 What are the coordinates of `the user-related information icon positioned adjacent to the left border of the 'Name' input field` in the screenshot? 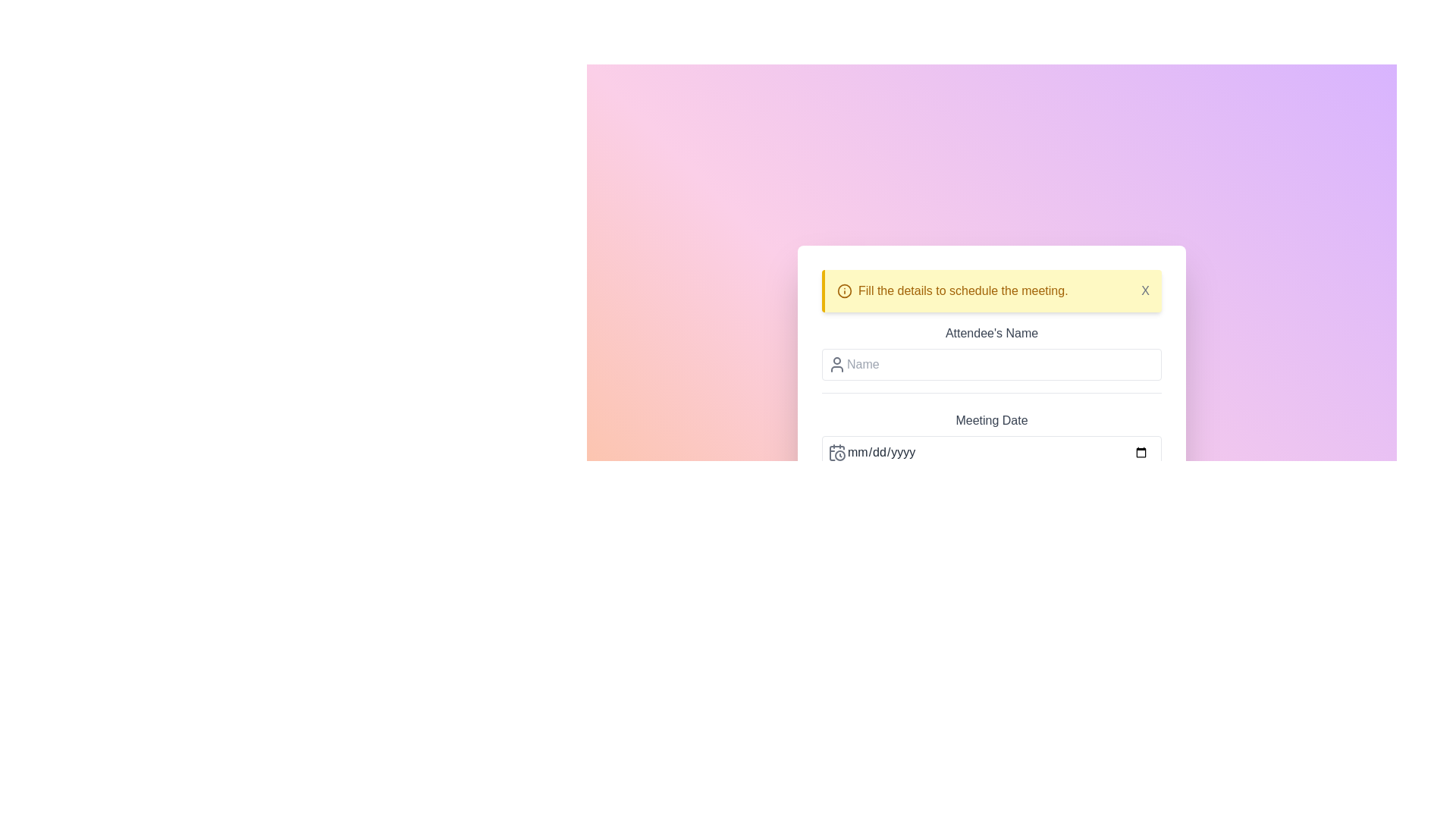 It's located at (836, 365).